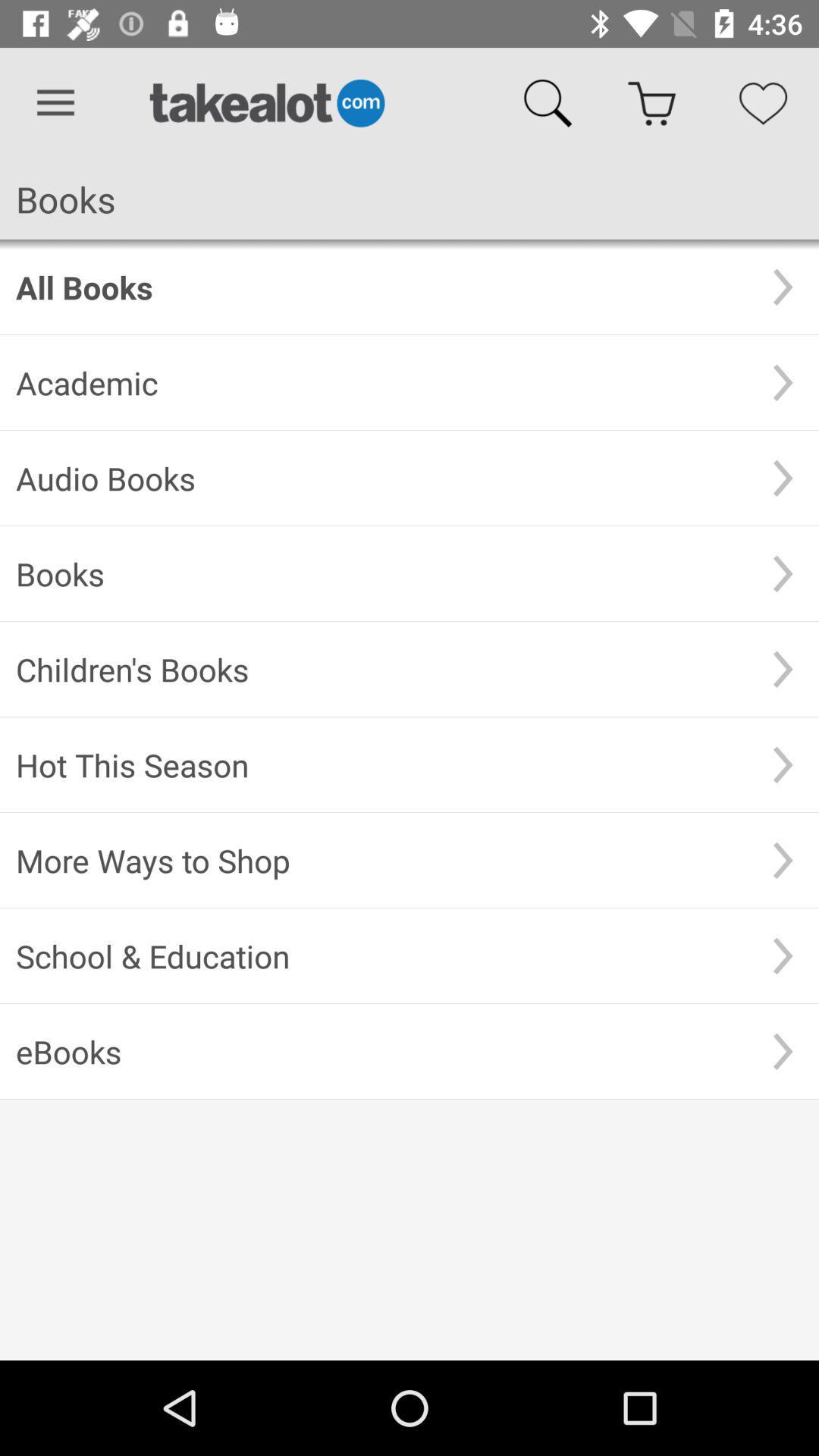 This screenshot has height=1456, width=819. What do you see at coordinates (381, 860) in the screenshot?
I see `the icon above the school & education icon` at bounding box center [381, 860].